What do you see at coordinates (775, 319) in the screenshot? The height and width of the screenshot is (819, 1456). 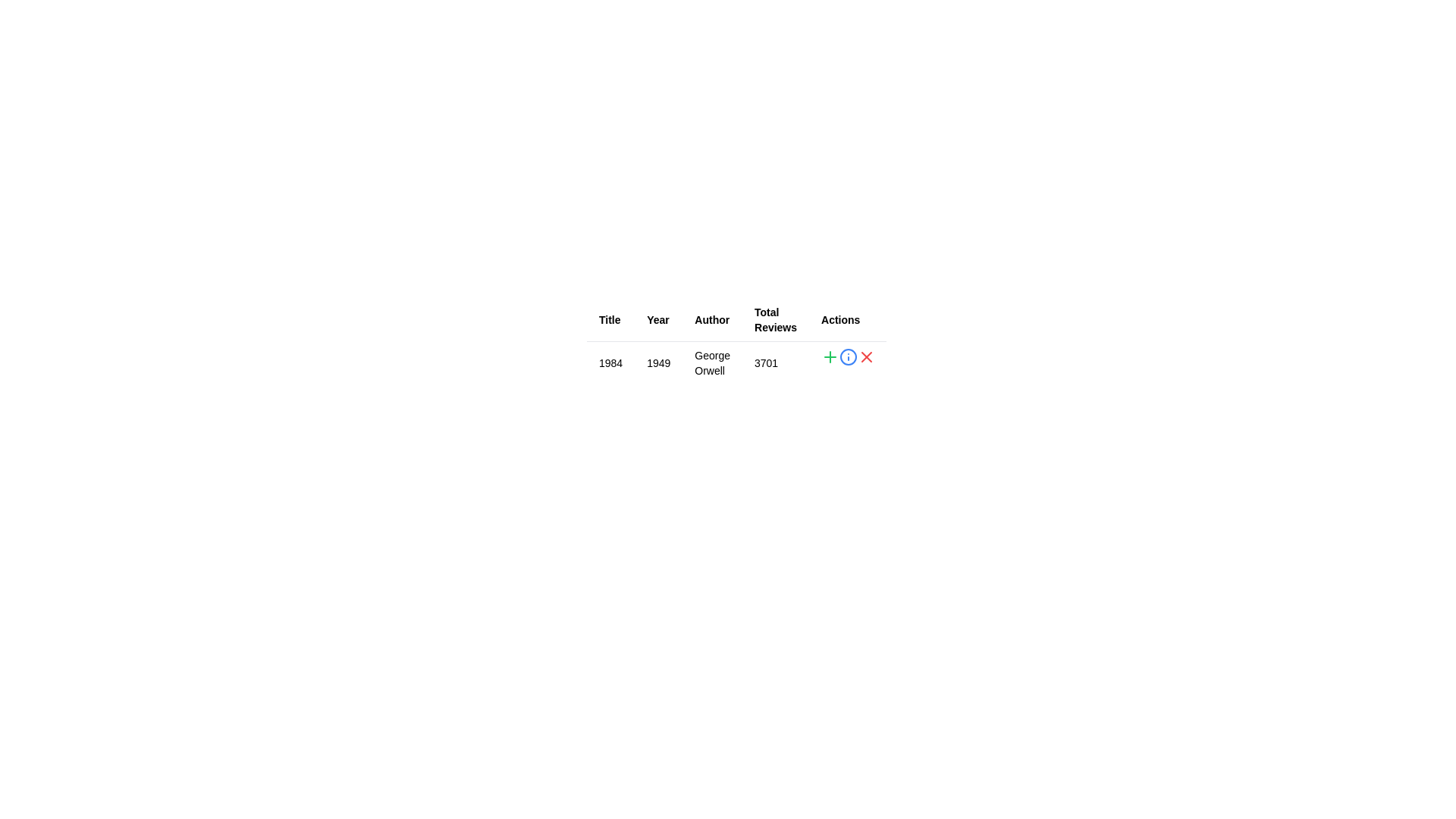 I see `text label 'Total Reviews' which is the fourth label in a horizontal row of text labels at the top of a table-like structure` at bounding box center [775, 319].